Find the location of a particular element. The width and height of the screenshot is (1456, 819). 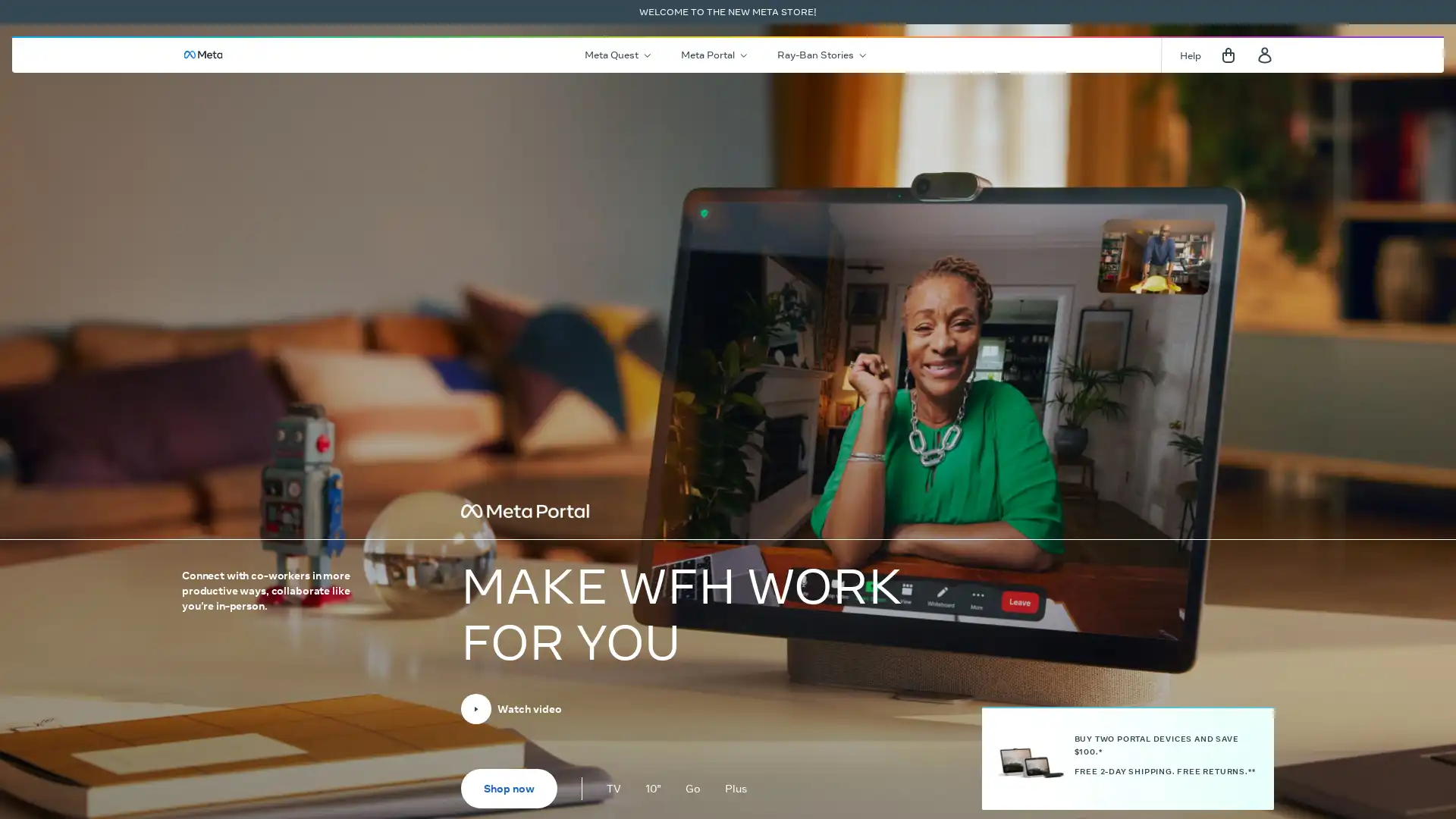

View bag items is located at coordinates (1228, 54).